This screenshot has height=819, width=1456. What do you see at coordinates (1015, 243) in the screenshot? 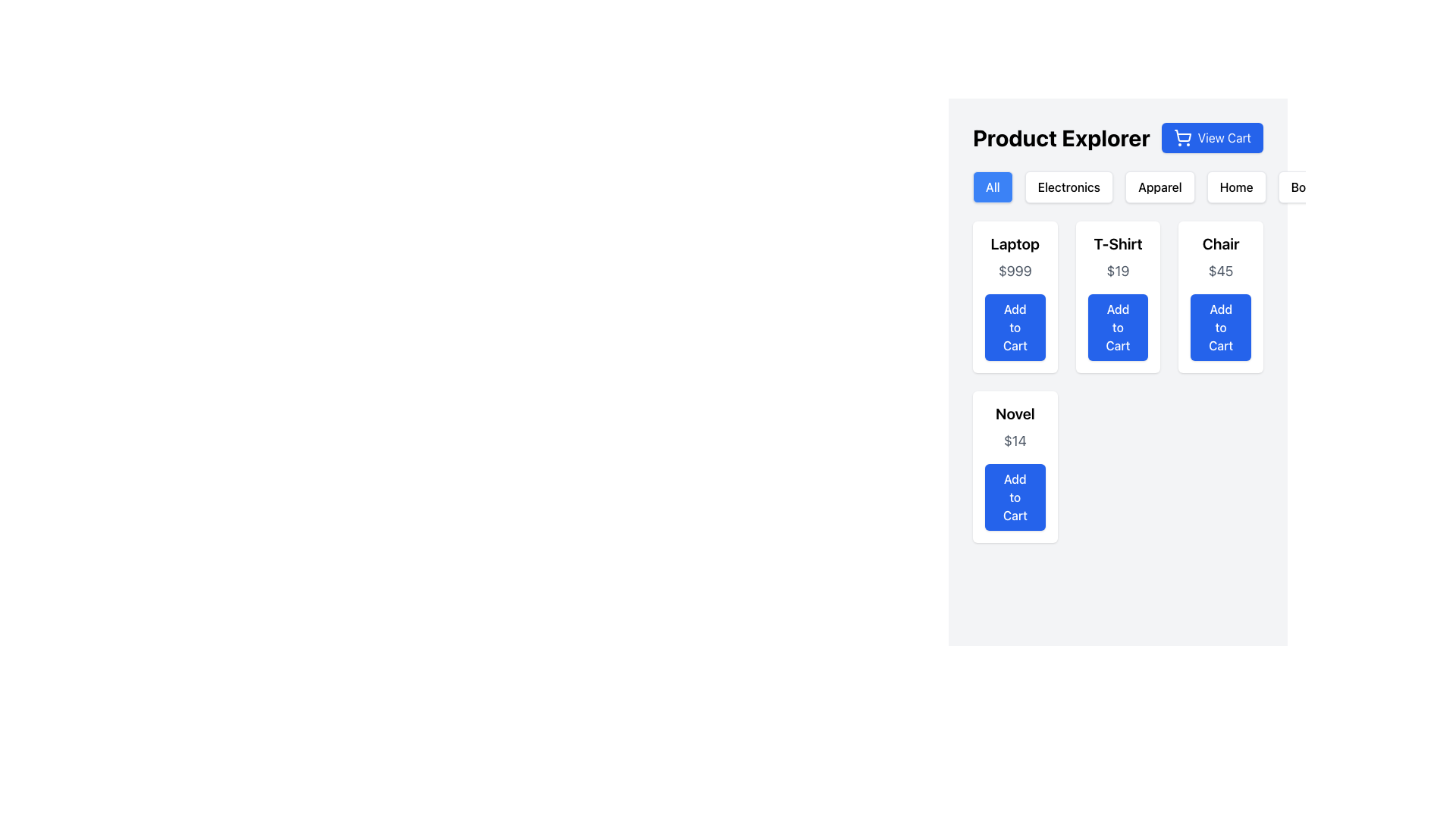
I see `the Text Label that displays the product name, which is located above the price and 'Add to Cart' button within the product display grid` at bounding box center [1015, 243].